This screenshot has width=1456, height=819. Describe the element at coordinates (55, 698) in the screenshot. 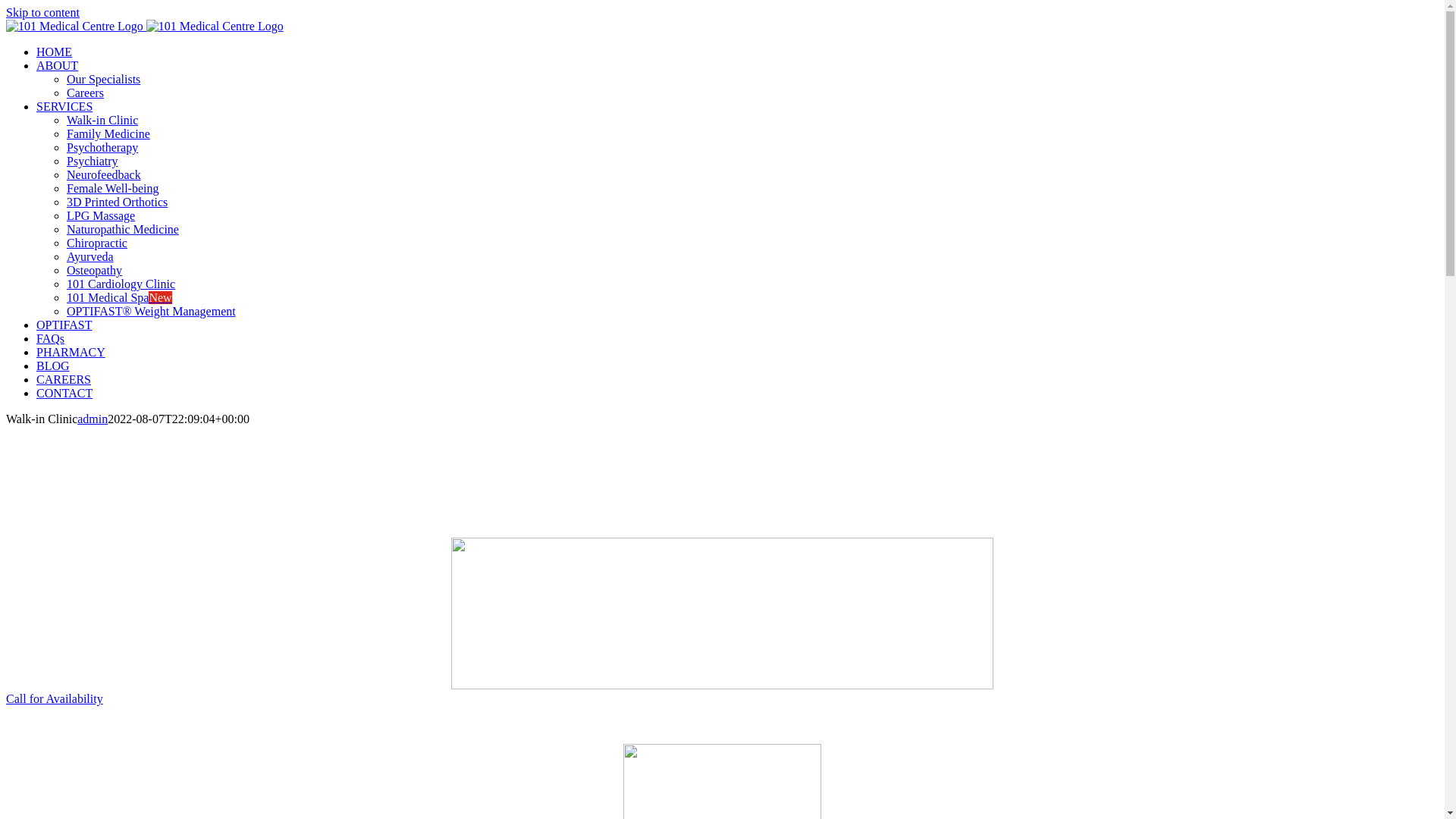

I see `'Call for Availability'` at that location.